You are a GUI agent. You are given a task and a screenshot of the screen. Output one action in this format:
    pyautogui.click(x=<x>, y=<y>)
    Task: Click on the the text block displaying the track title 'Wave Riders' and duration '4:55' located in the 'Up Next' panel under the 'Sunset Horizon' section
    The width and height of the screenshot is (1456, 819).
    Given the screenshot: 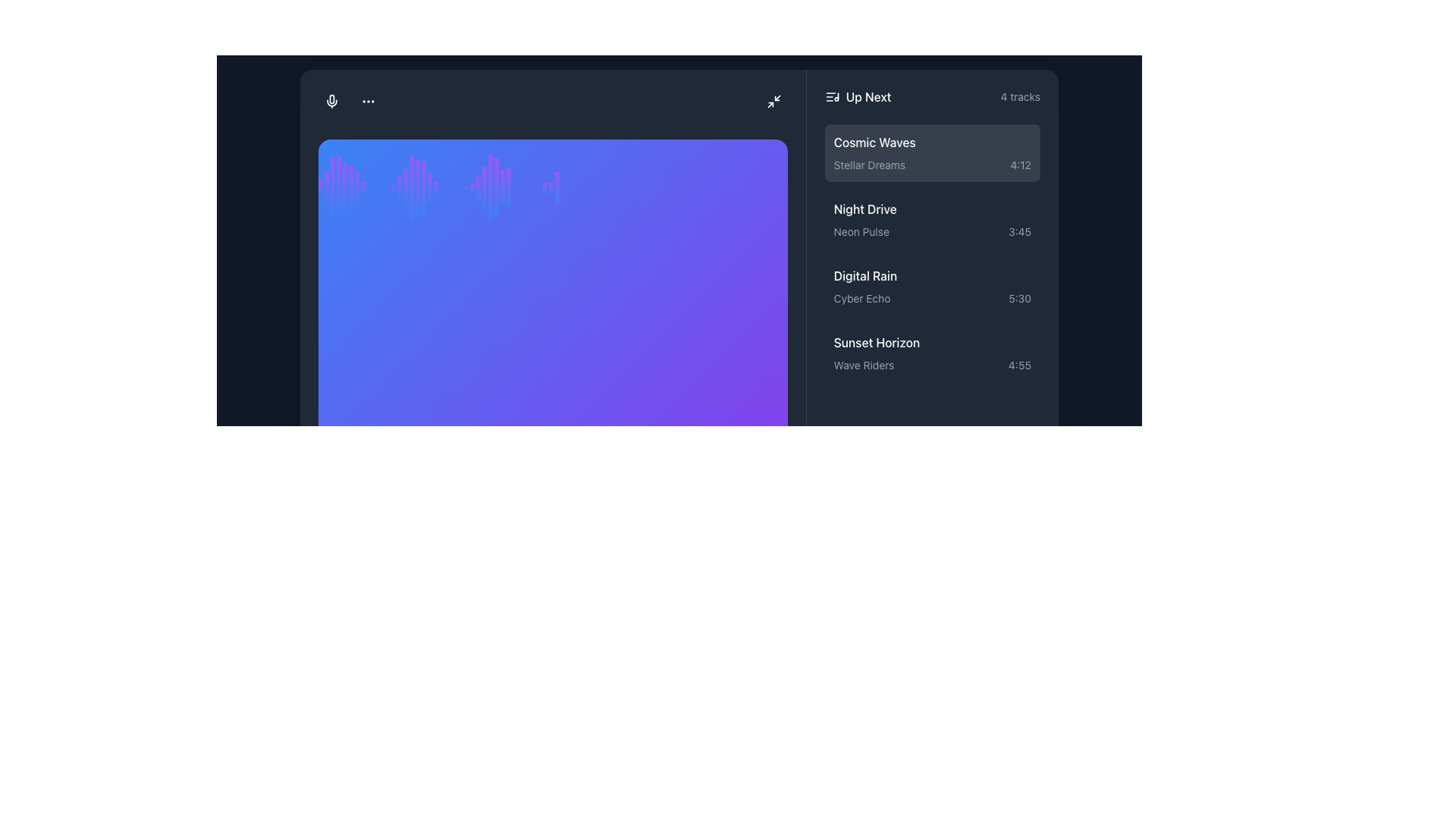 What is the action you would take?
    pyautogui.click(x=931, y=365)
    